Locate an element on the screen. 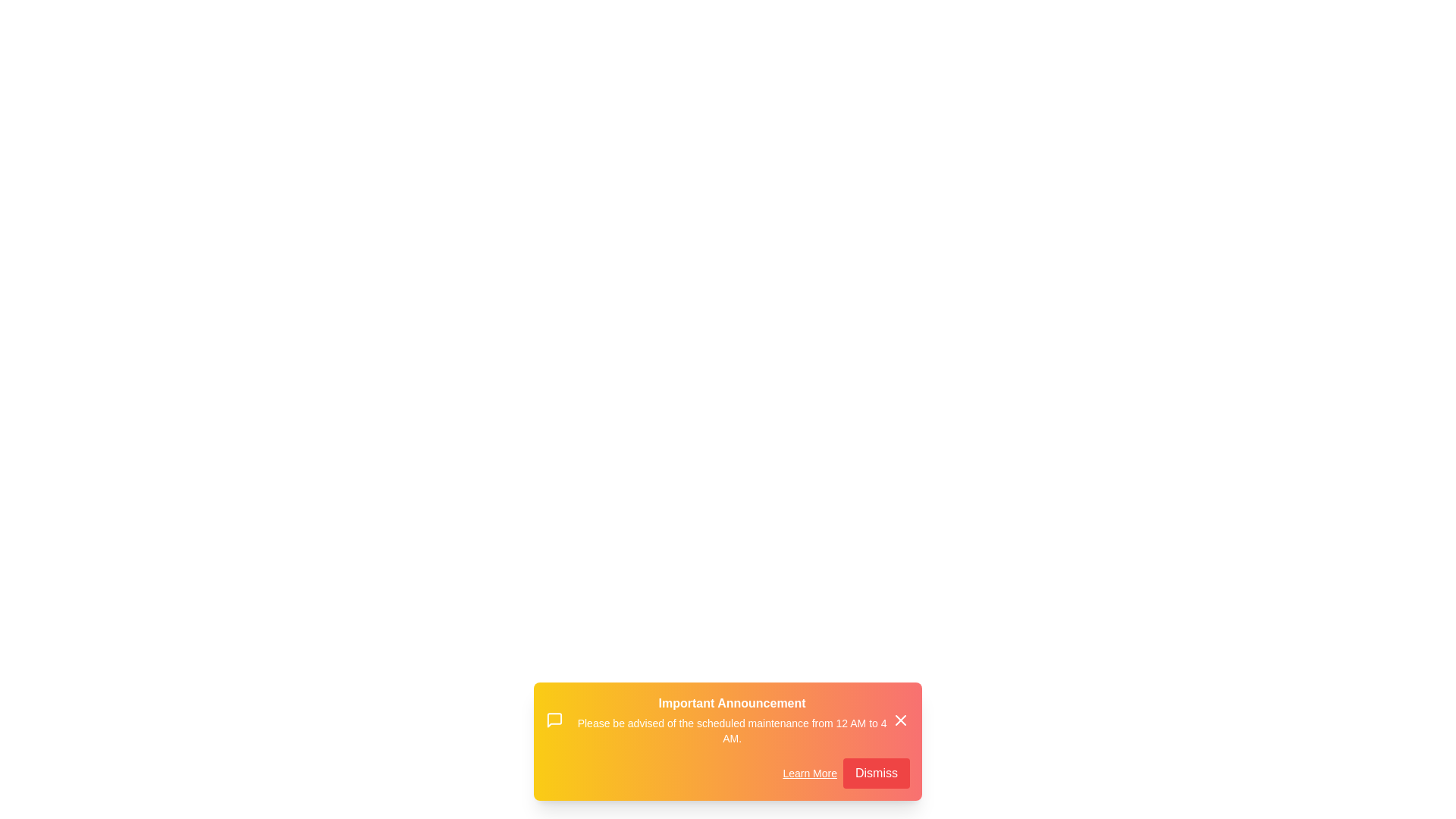  the icon representing a message or commentary associated with the announcement text, located at the leftmost side of the announcement box aligned with the 'Important Announcement' text is located at coordinates (554, 719).